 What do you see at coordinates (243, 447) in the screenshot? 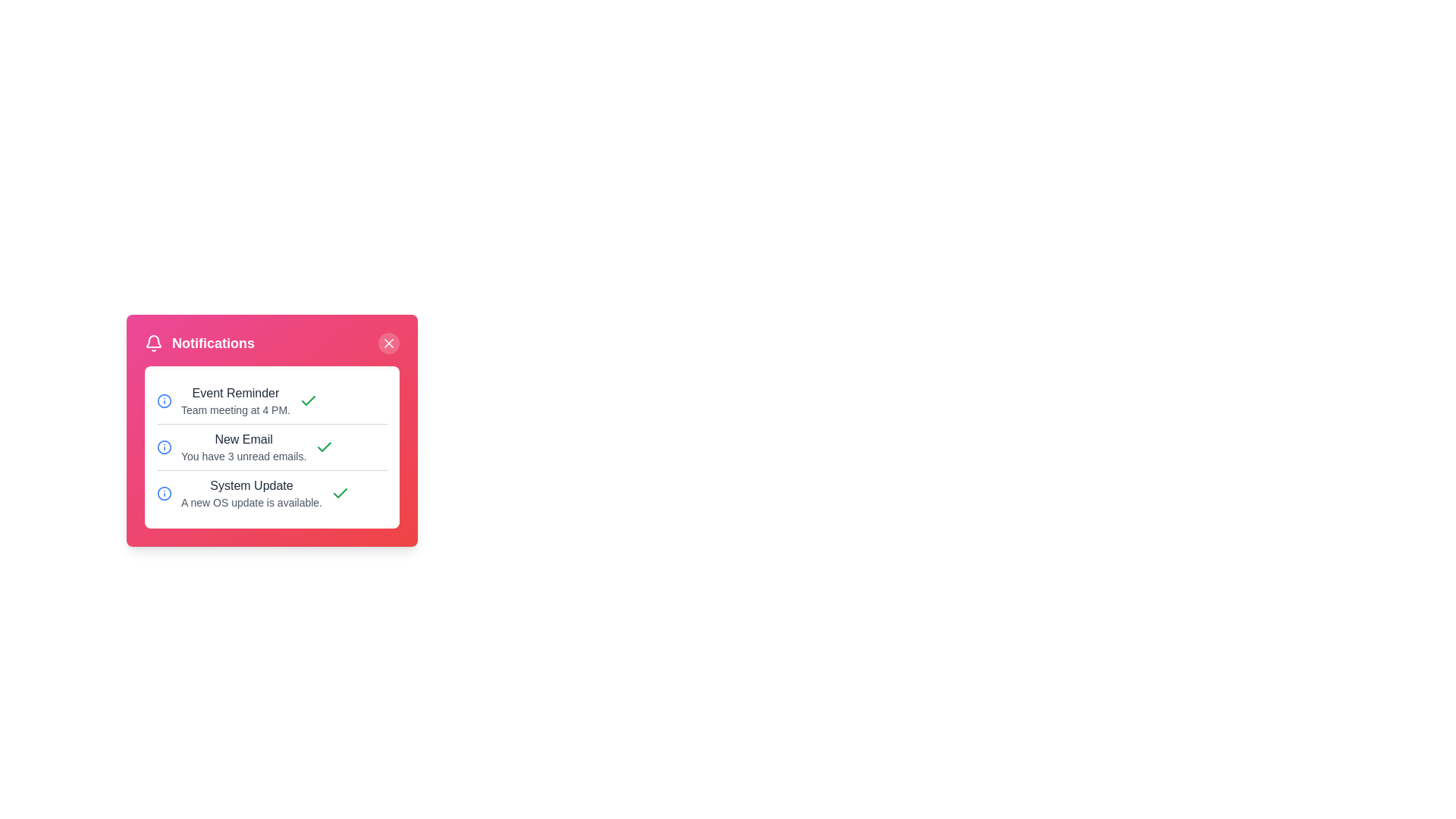
I see `the second notification text block in the notifications popover that informs the user about a new email and unread email counts` at bounding box center [243, 447].